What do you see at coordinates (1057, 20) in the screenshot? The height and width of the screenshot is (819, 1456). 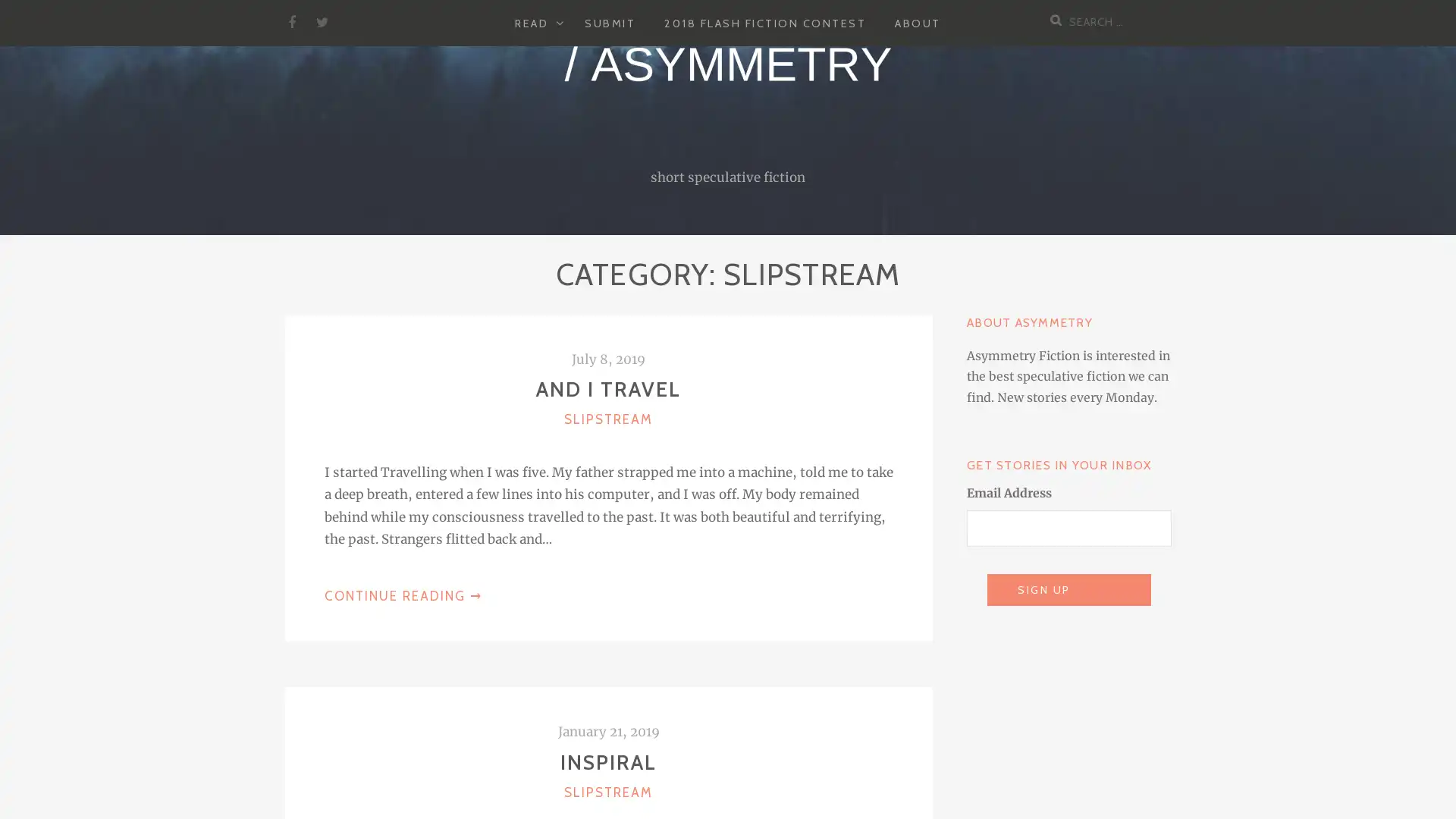 I see `Search` at bounding box center [1057, 20].